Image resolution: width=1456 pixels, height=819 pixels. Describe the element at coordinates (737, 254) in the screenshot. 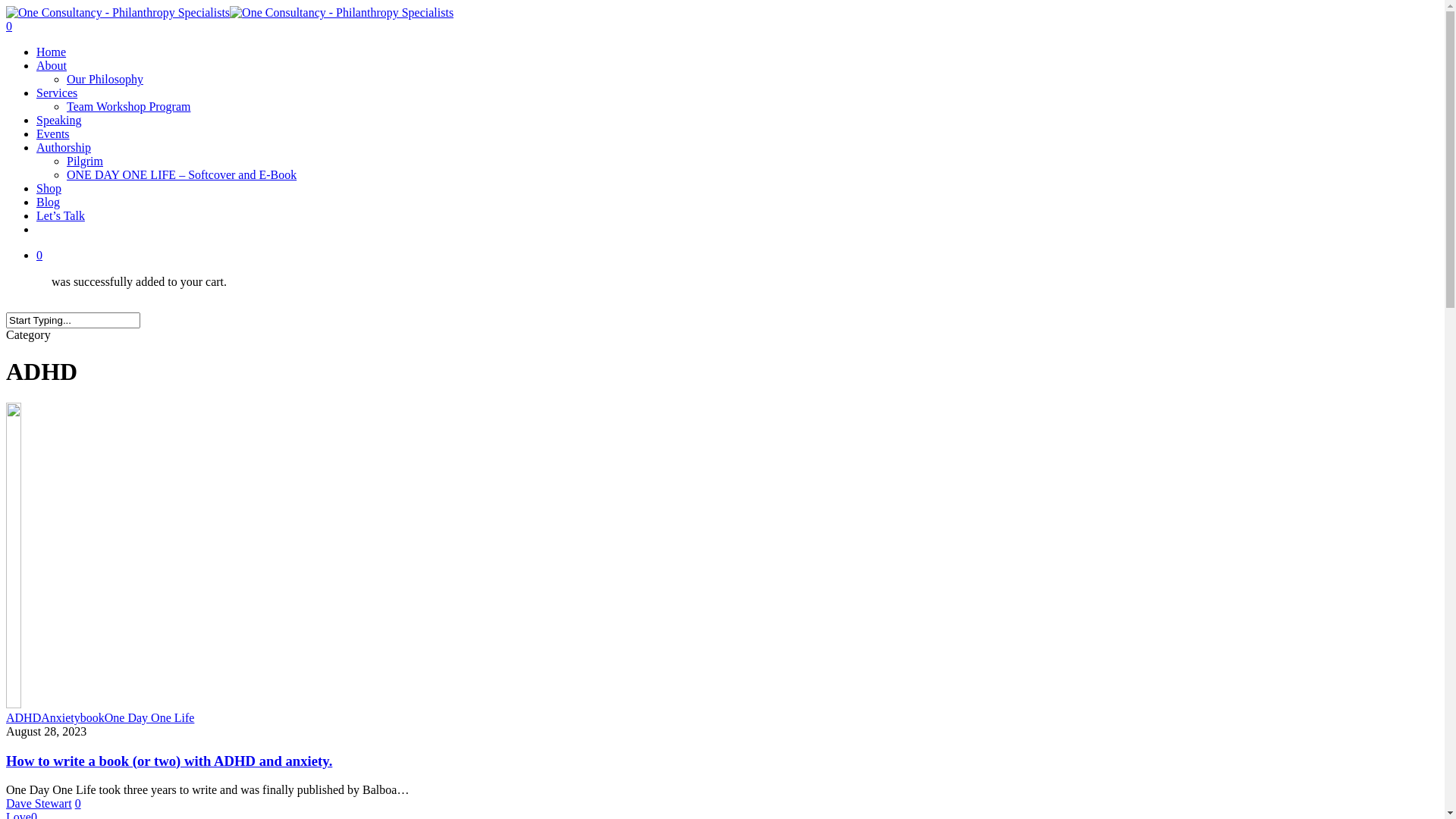

I see `'0'` at that location.